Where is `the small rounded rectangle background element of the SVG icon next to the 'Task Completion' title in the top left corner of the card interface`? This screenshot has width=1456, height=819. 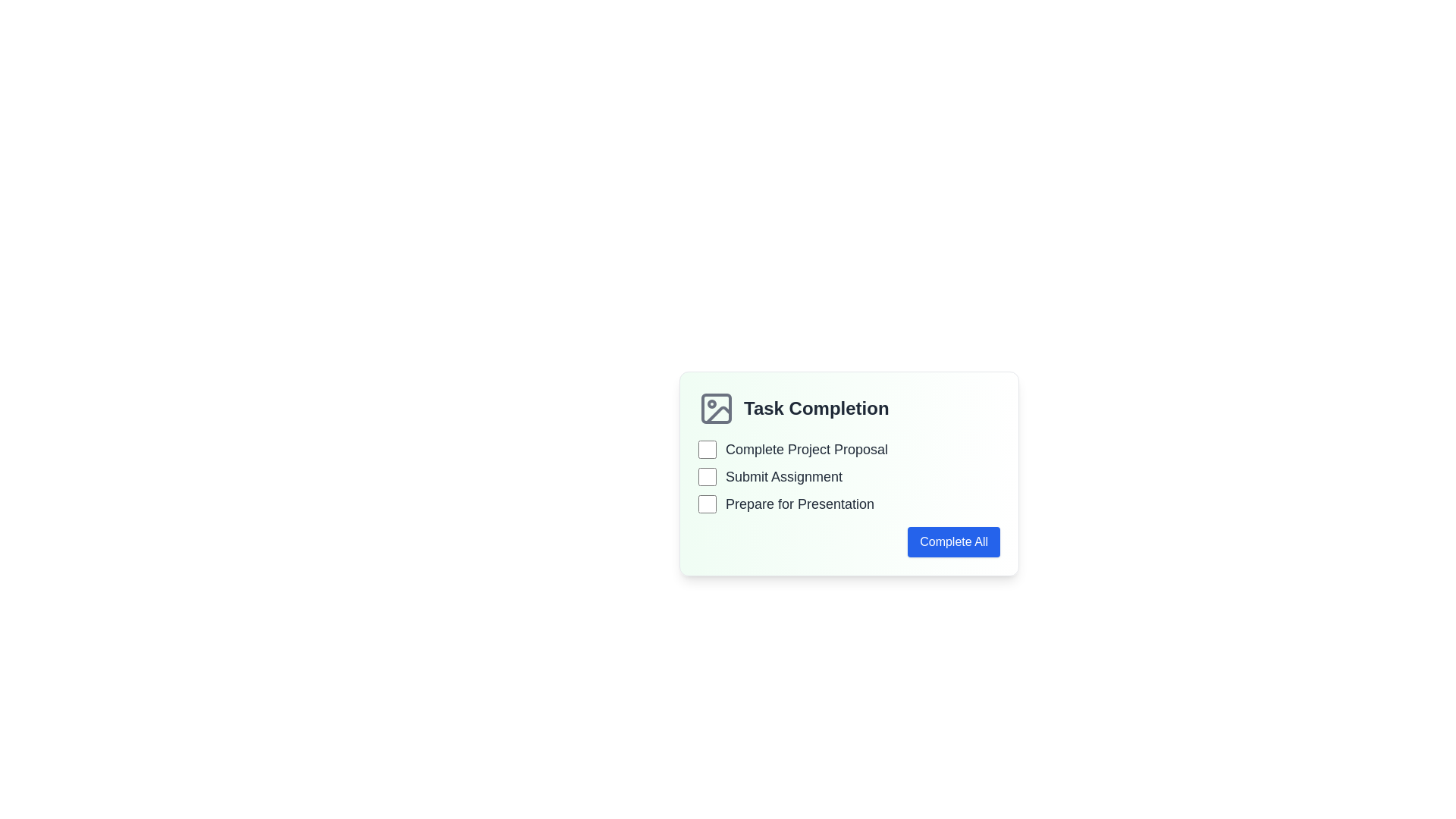
the small rounded rectangle background element of the SVG icon next to the 'Task Completion' title in the top left corner of the card interface is located at coordinates (716, 408).